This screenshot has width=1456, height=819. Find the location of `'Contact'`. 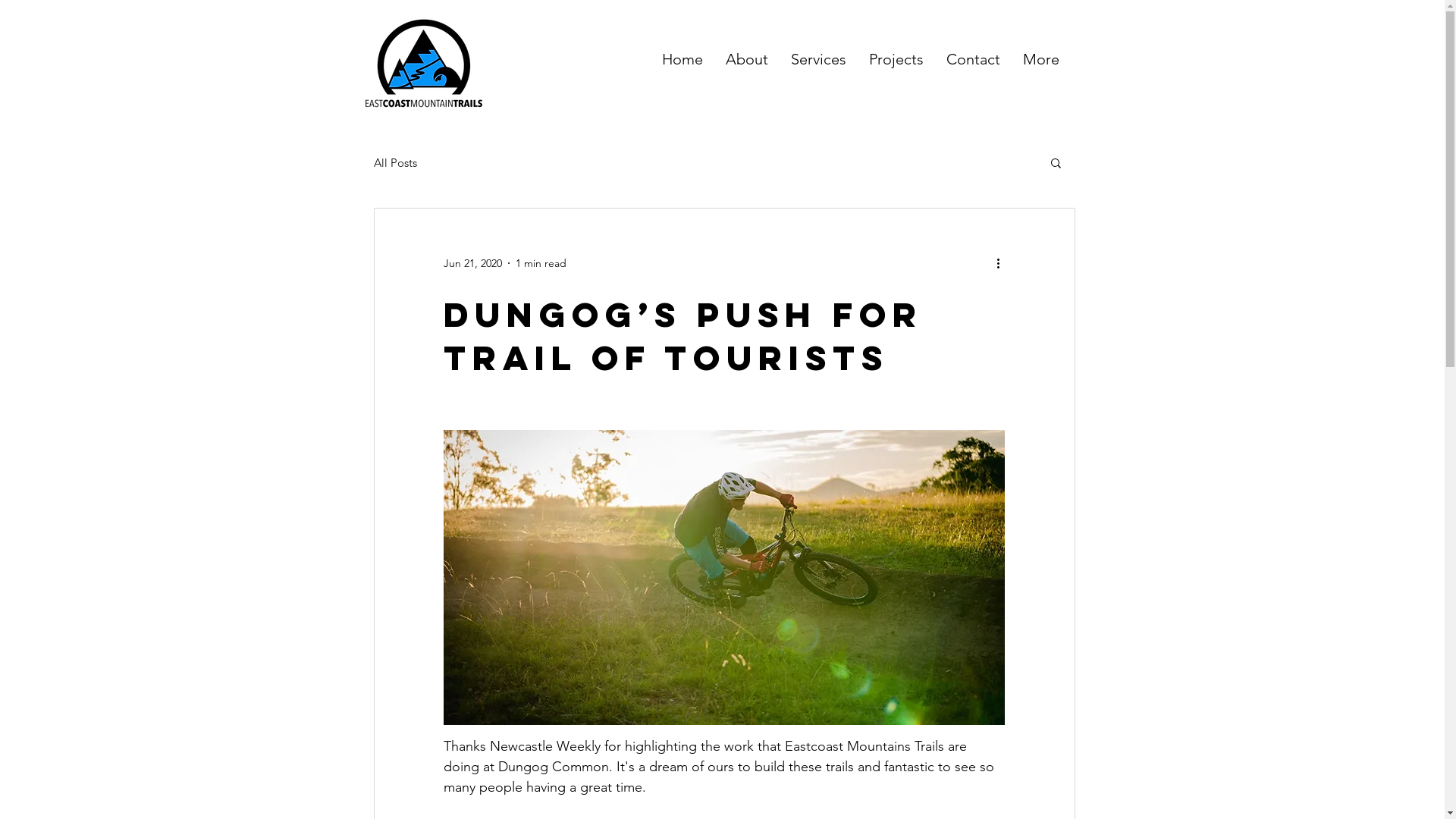

'Contact' is located at coordinates (934, 58).